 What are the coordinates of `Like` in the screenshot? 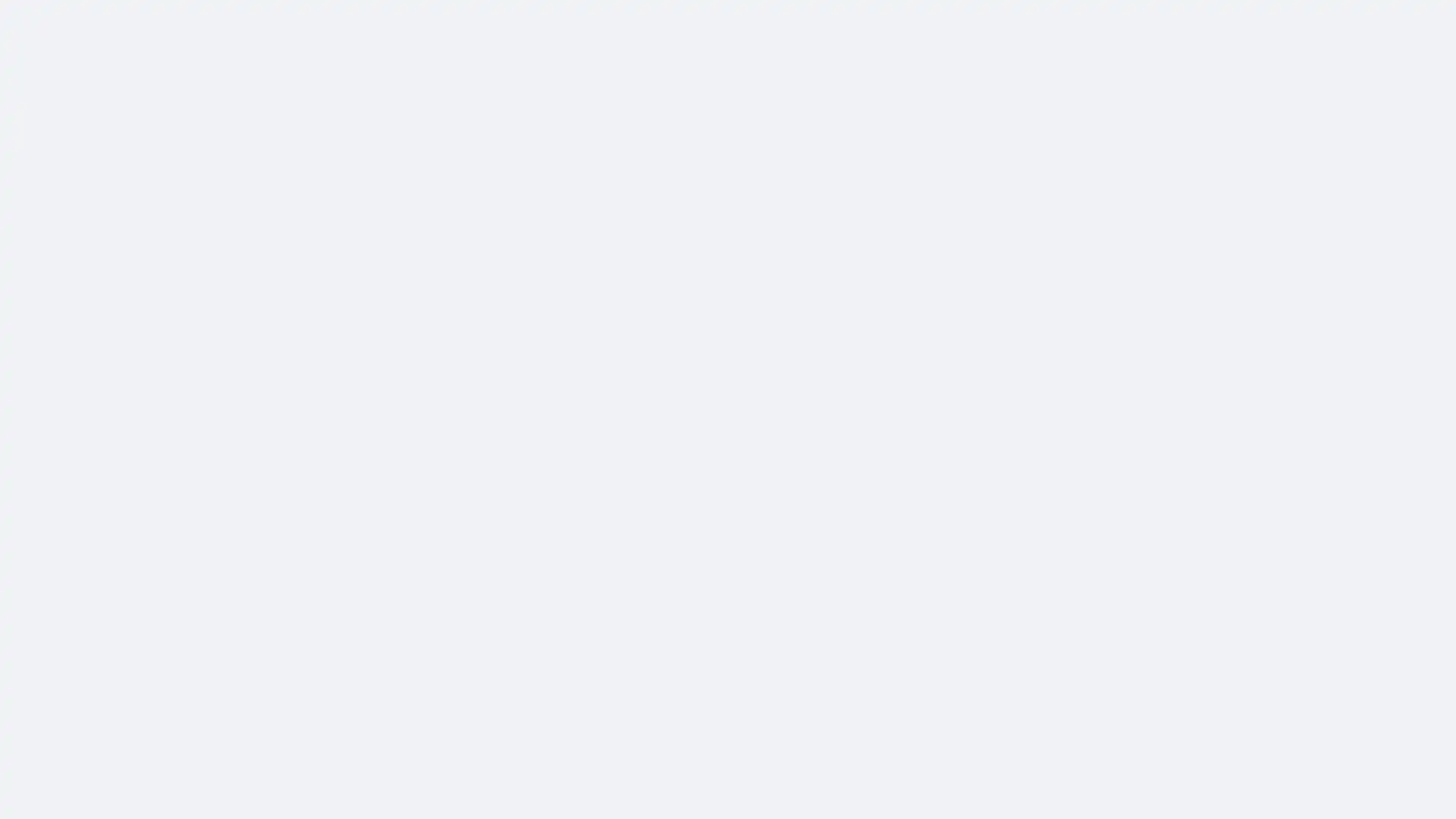 It's located at (751, 730).